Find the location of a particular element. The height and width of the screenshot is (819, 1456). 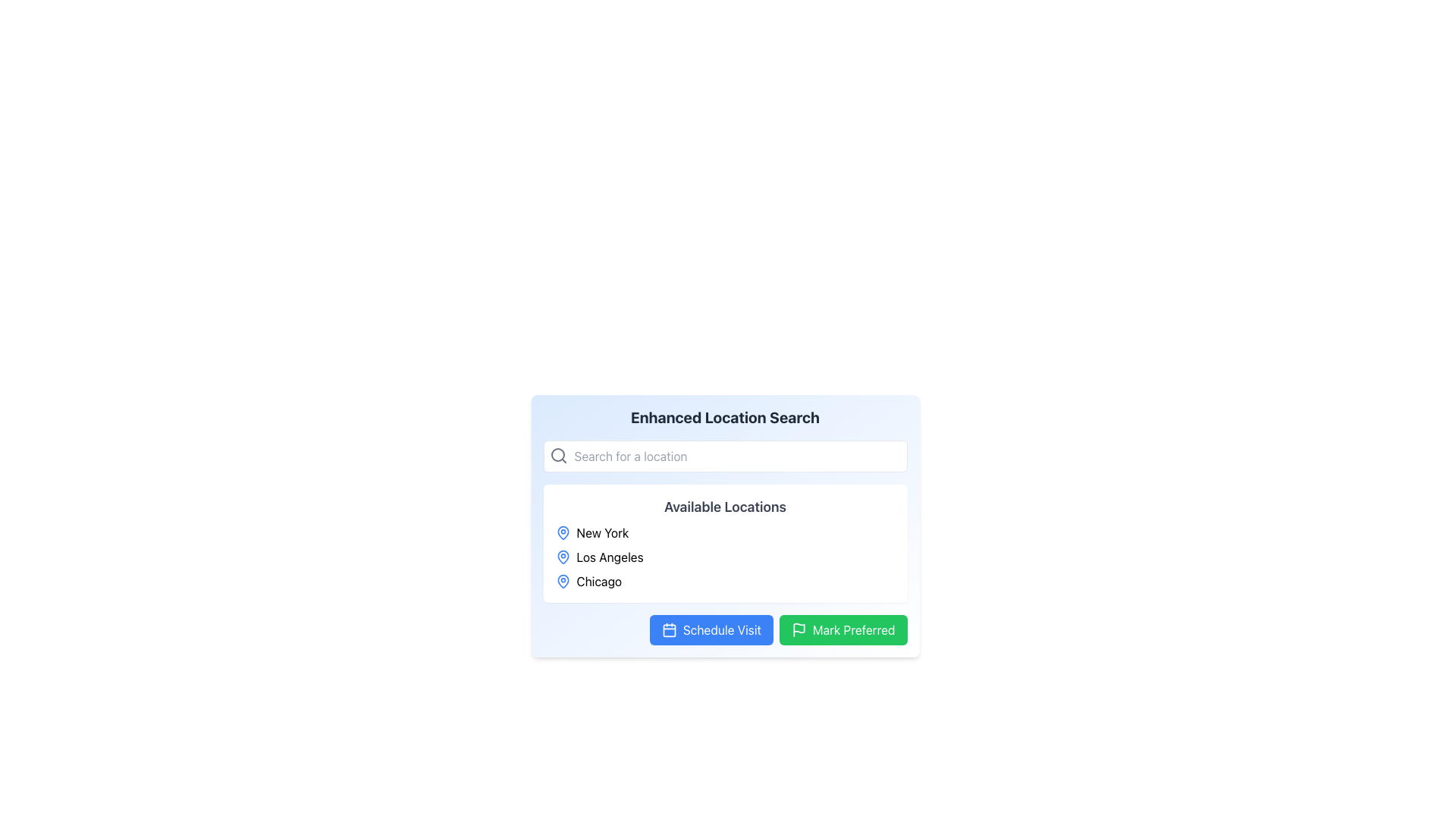

the search icon, which is a stylized magnifying glass with a gray outline located at the top-left corner of the search bar before the text input field is located at coordinates (557, 455).